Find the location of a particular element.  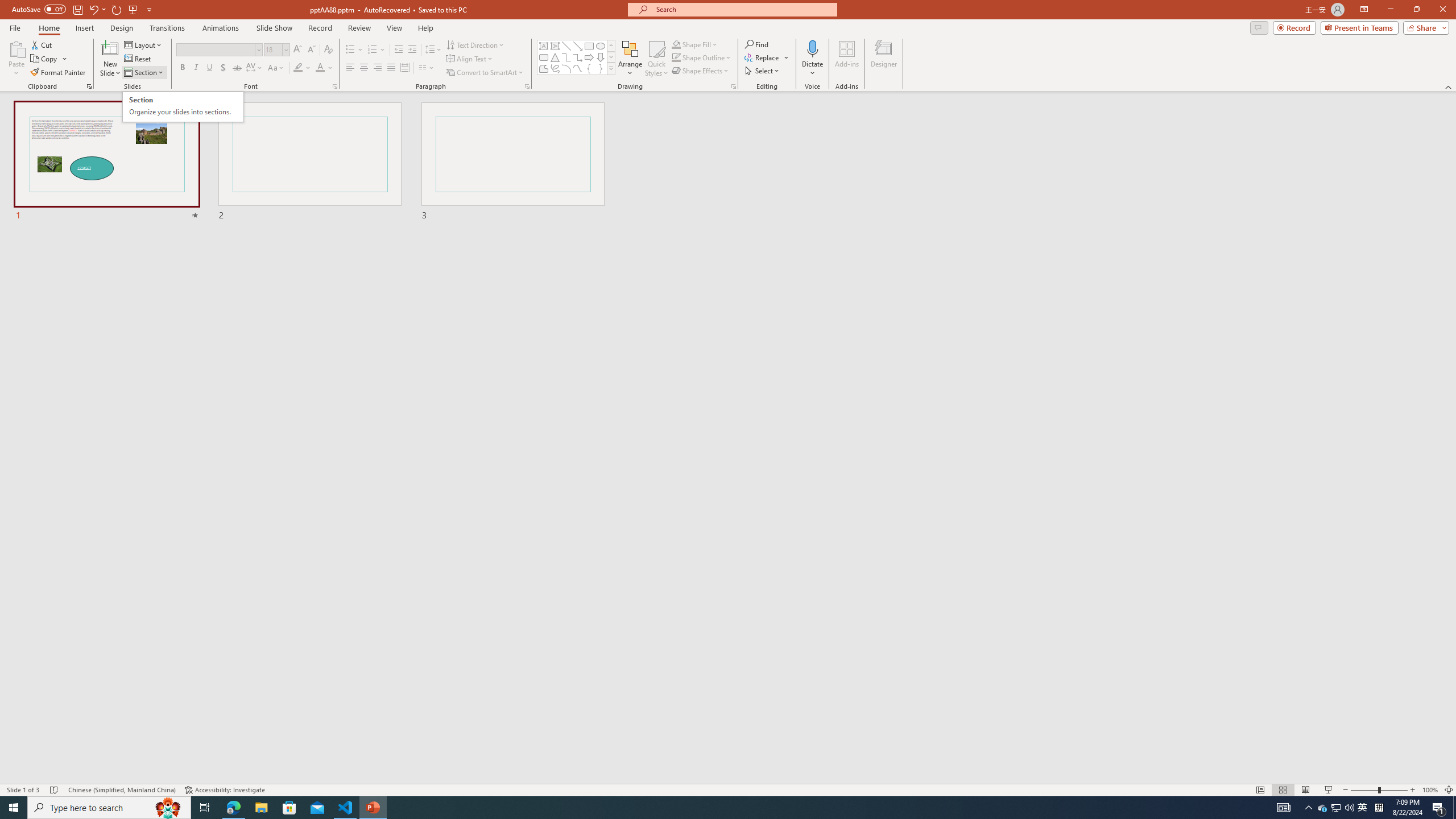

'Zoom 100%' is located at coordinates (1430, 790).